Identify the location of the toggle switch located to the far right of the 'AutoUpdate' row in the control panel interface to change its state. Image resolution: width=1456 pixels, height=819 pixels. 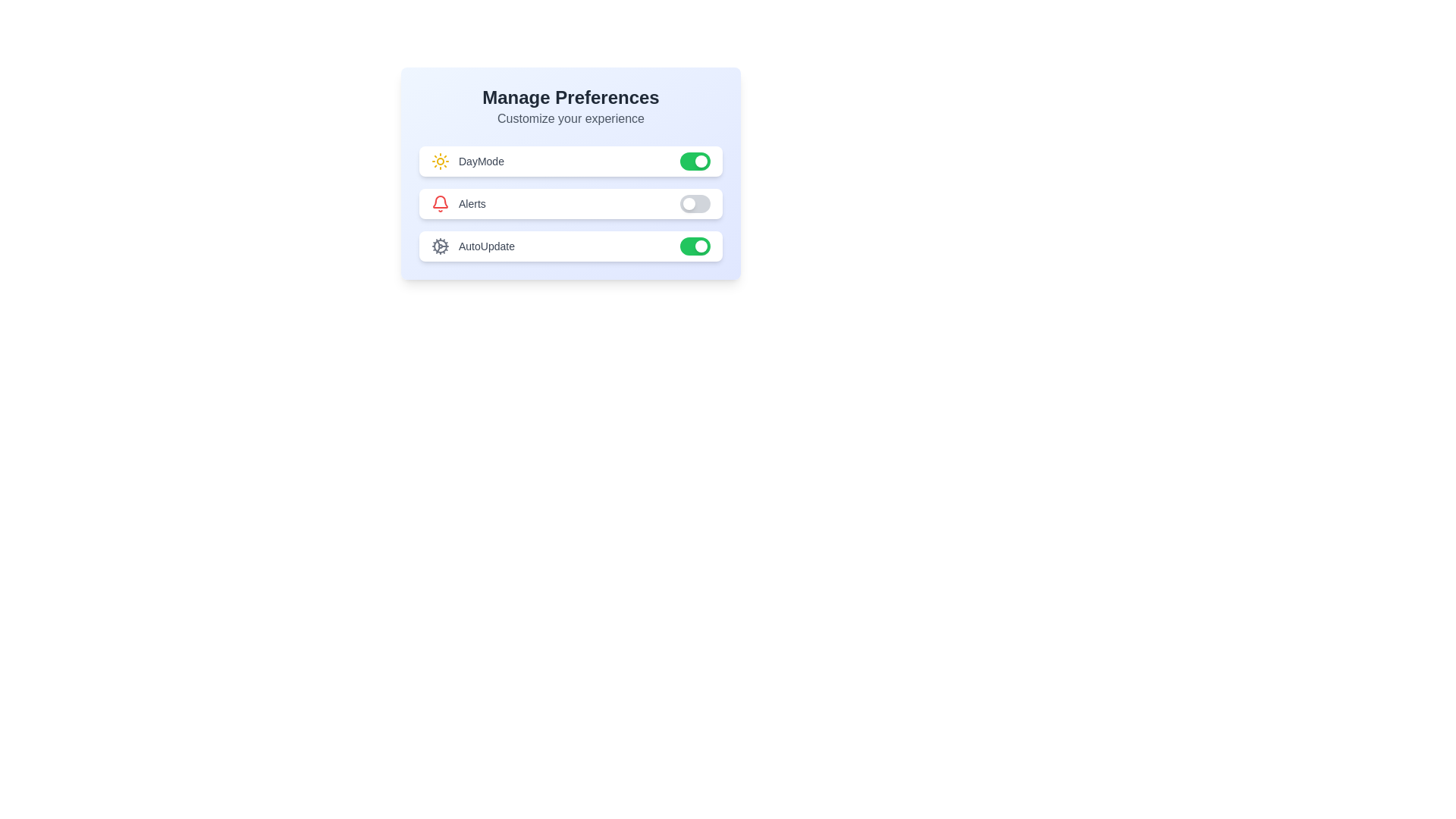
(694, 245).